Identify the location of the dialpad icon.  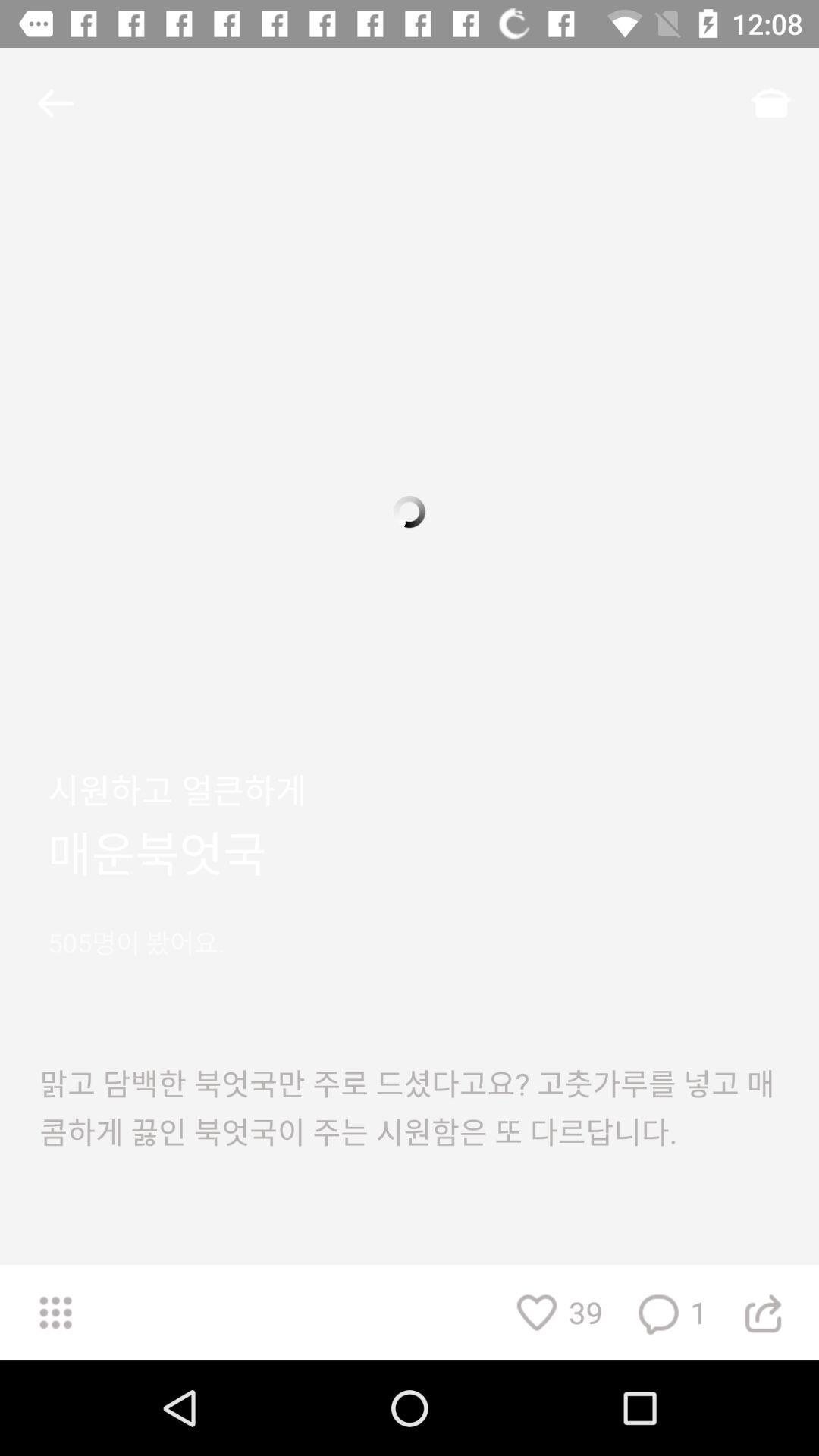
(55, 1312).